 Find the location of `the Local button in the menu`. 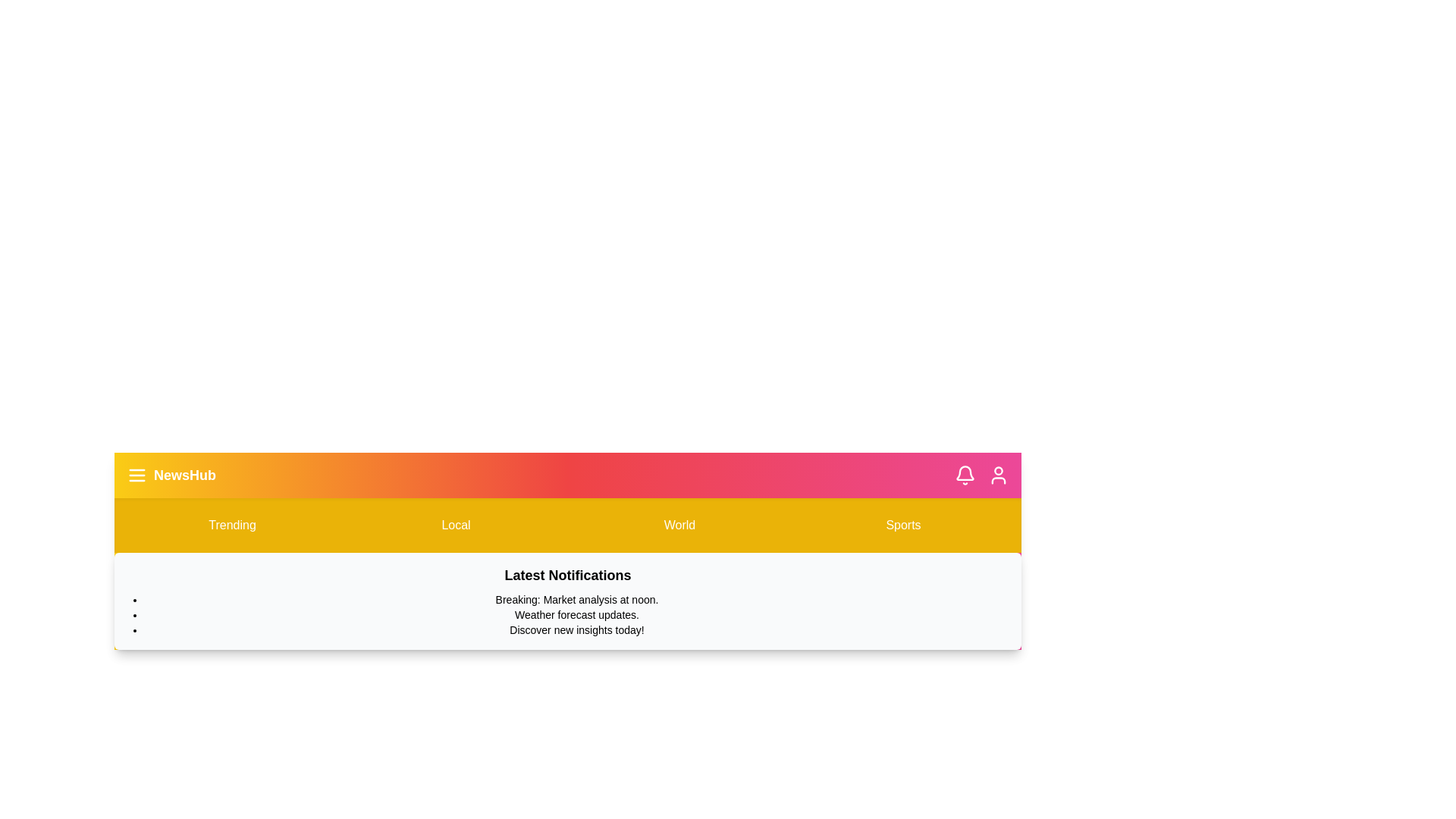

the Local button in the menu is located at coordinates (455, 525).